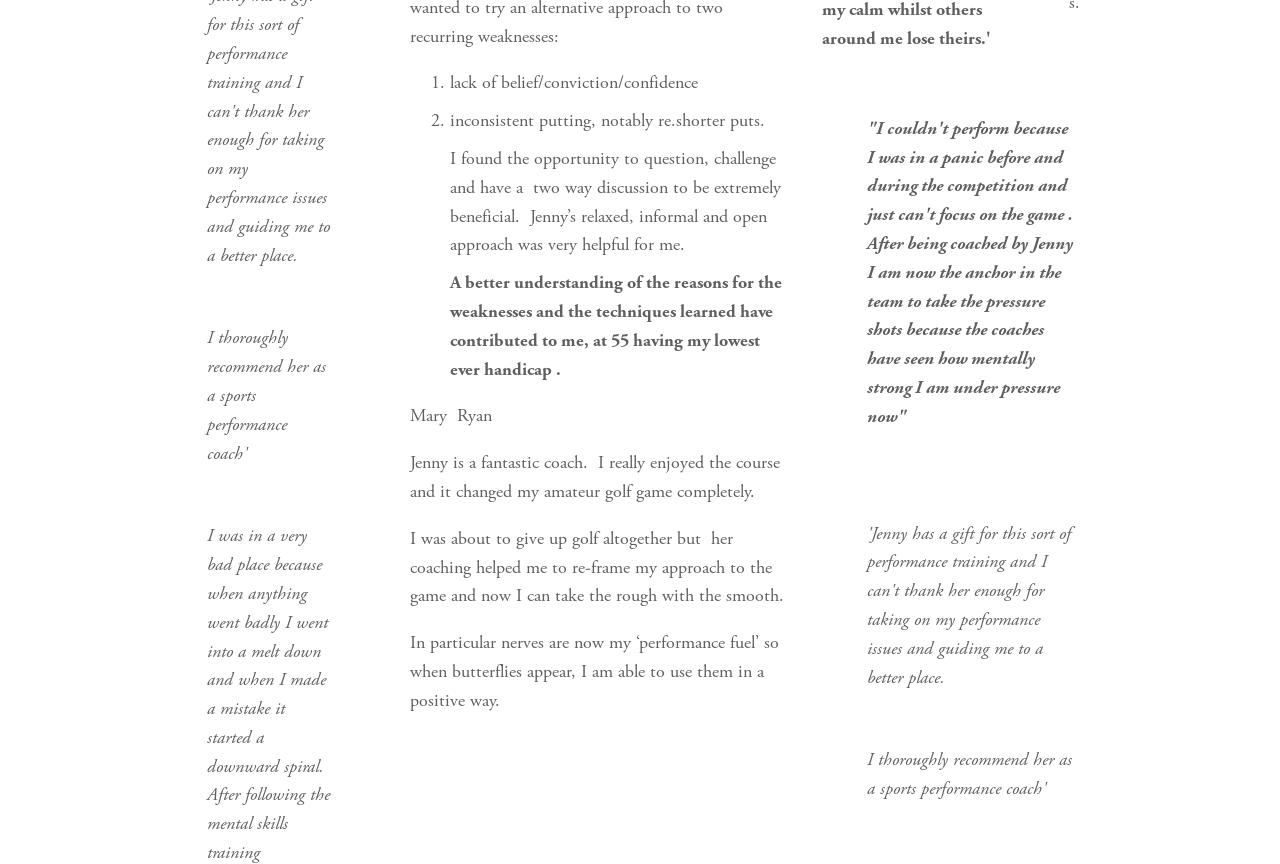 The width and height of the screenshot is (1280, 864). What do you see at coordinates (572, 82) in the screenshot?
I see `'lack of belief/conviction/confidence'` at bounding box center [572, 82].